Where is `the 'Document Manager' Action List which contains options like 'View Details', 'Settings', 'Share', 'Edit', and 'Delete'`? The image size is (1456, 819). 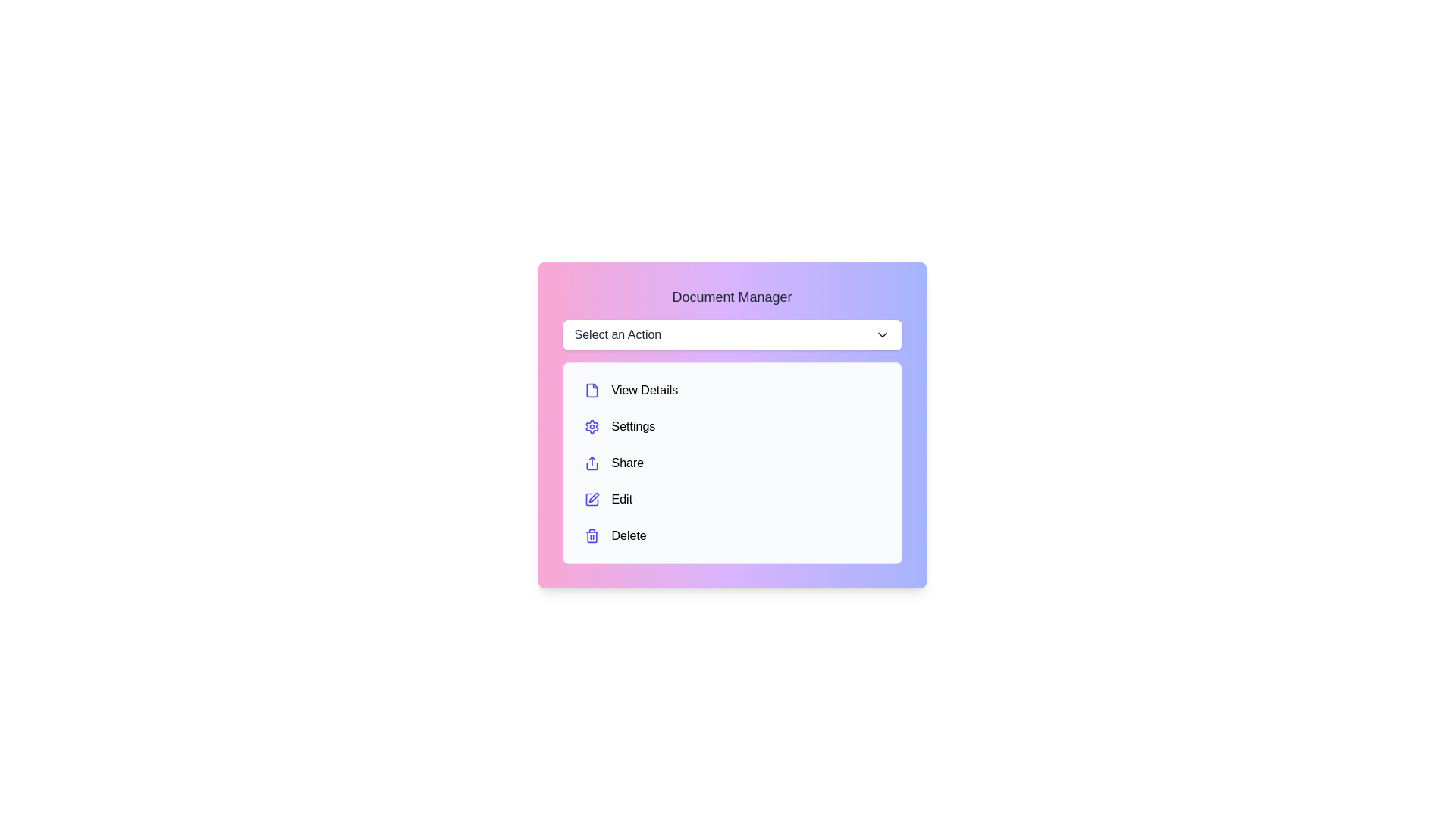
the 'Document Manager' Action List which contains options like 'View Details', 'Settings', 'Share', 'Edit', and 'Delete' is located at coordinates (732, 462).